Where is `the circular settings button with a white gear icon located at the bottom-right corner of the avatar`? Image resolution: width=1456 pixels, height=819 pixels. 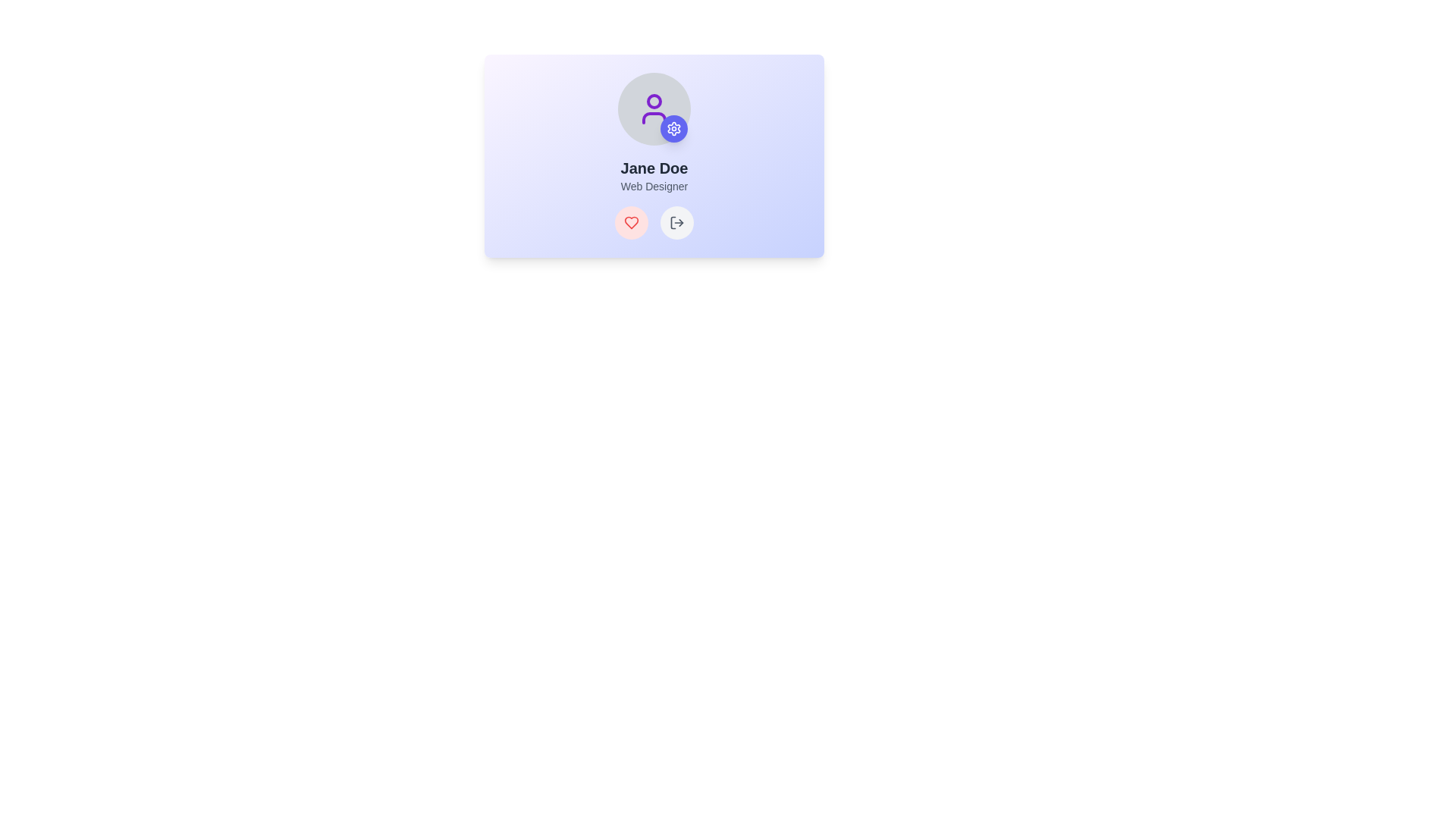
the circular settings button with a white gear icon located at the bottom-right corner of the avatar is located at coordinates (673, 127).